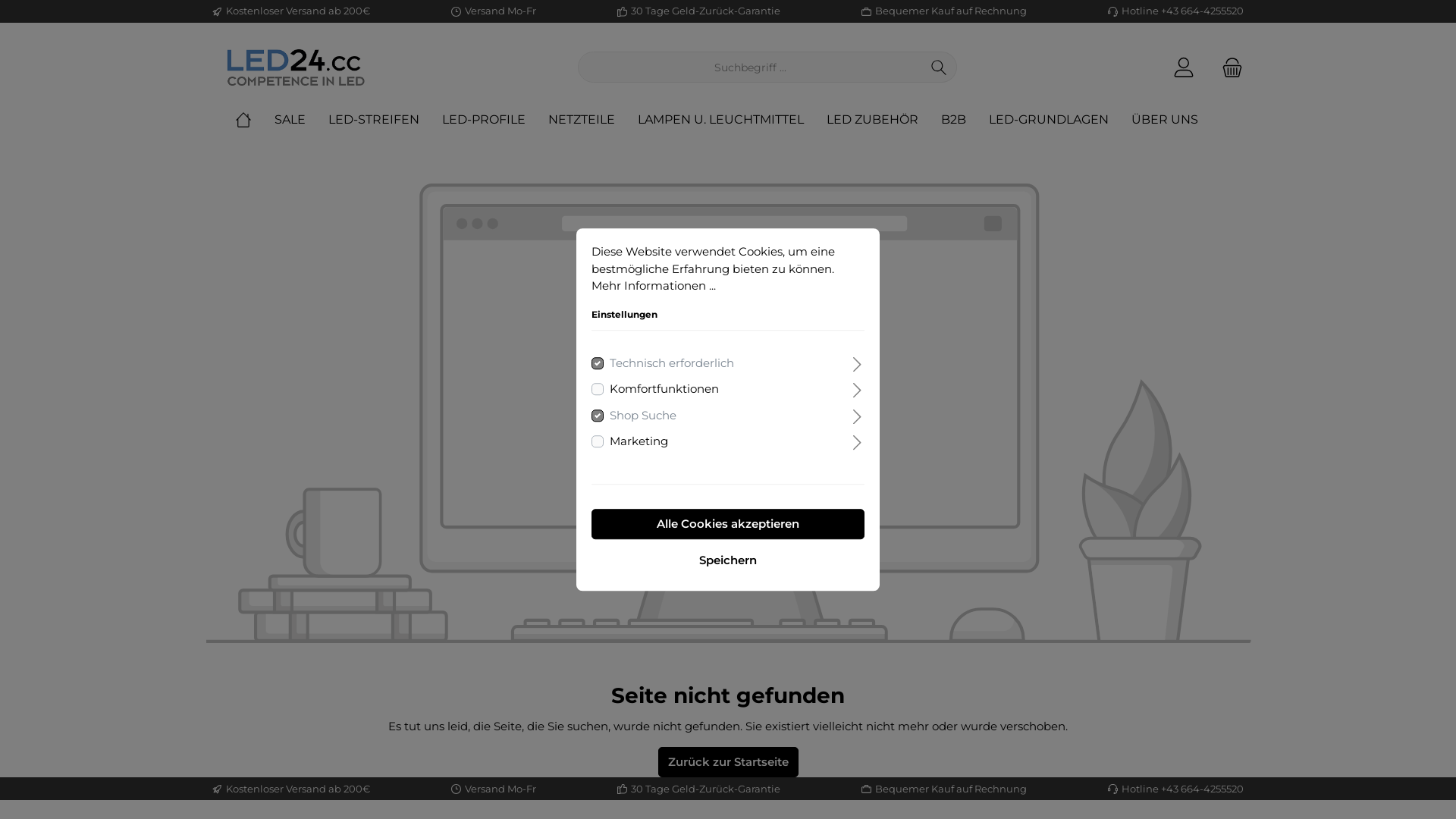 This screenshot has height=819, width=1456. I want to click on 'Speichern', so click(590, 560).